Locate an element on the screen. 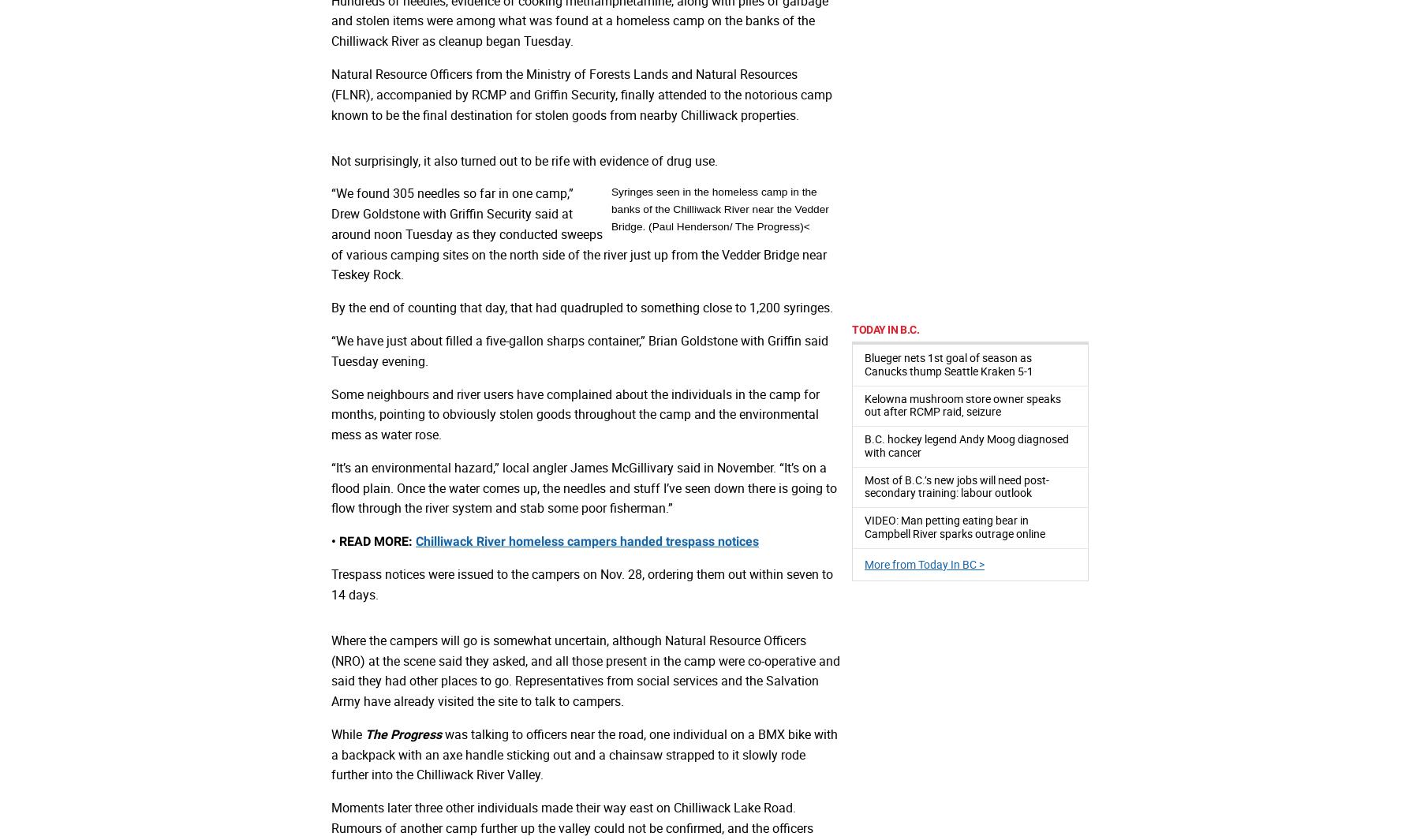 This screenshot has width=1420, height=840. 'B.C. hockey legend Andy Moog diagnosed with cancer' is located at coordinates (966, 445).